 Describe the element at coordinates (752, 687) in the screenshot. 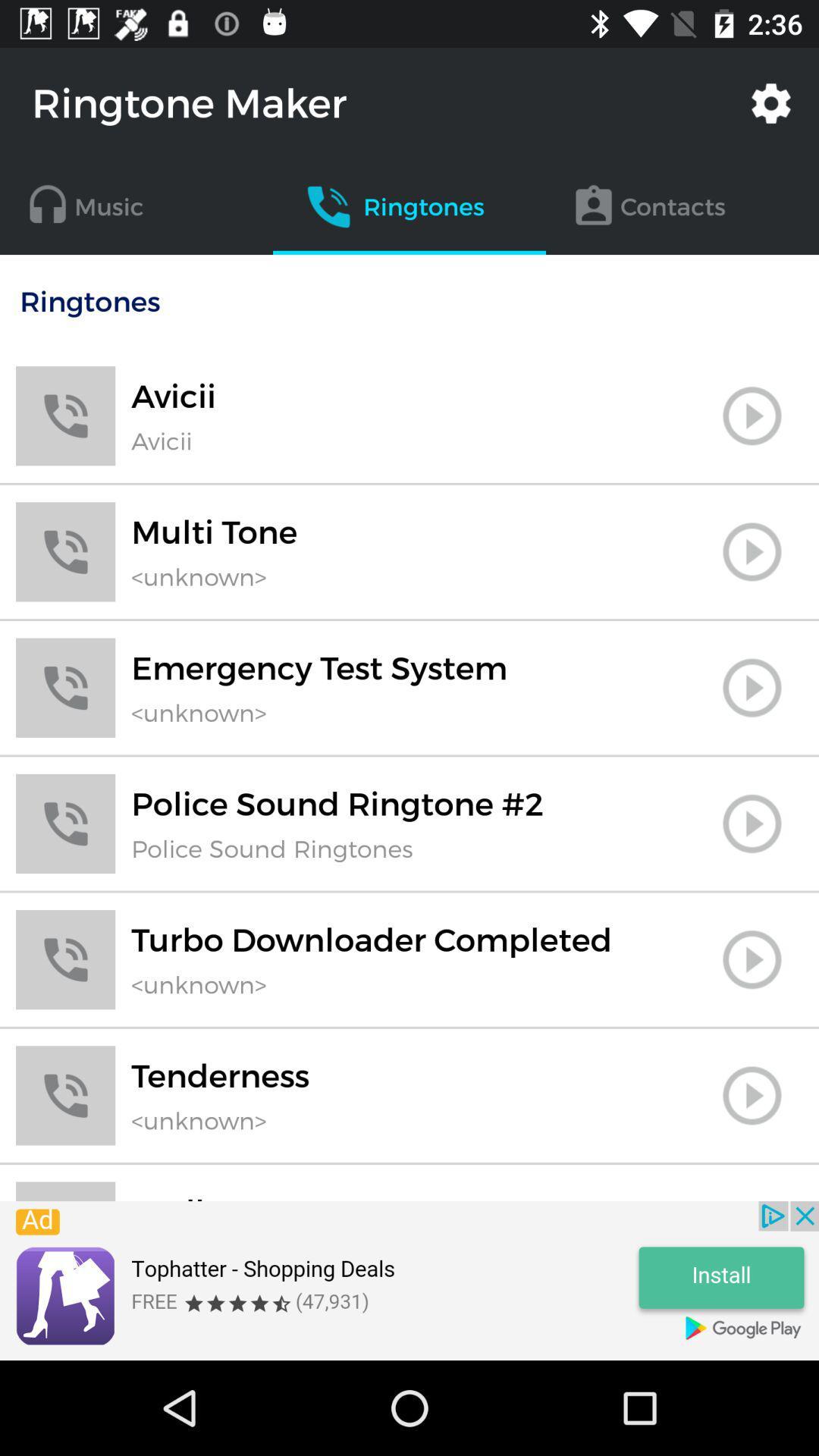

I see `button` at that location.